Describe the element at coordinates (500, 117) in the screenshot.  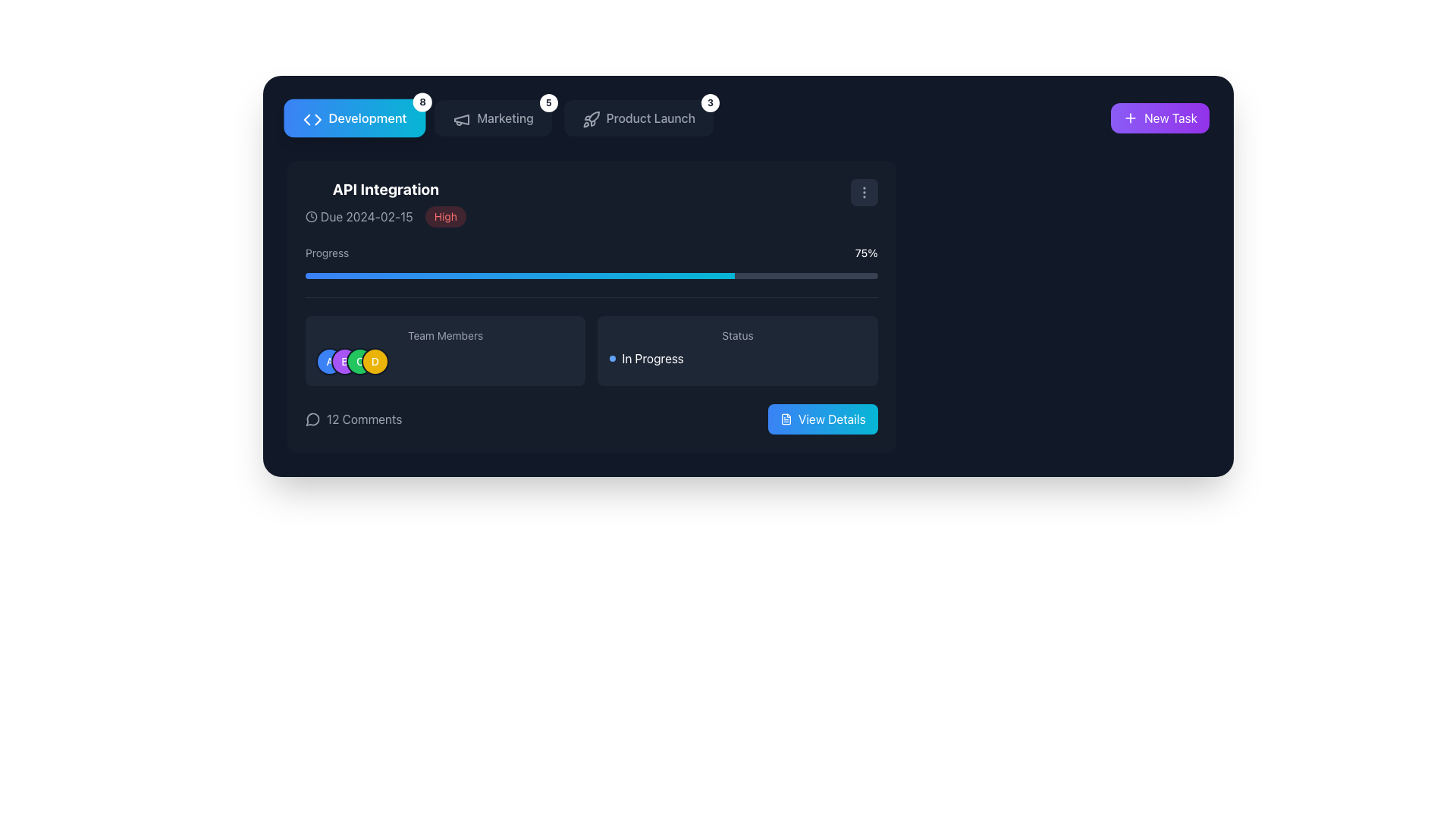
I see `the navigation button located between 'Development' and 'Product Launch'` at that location.